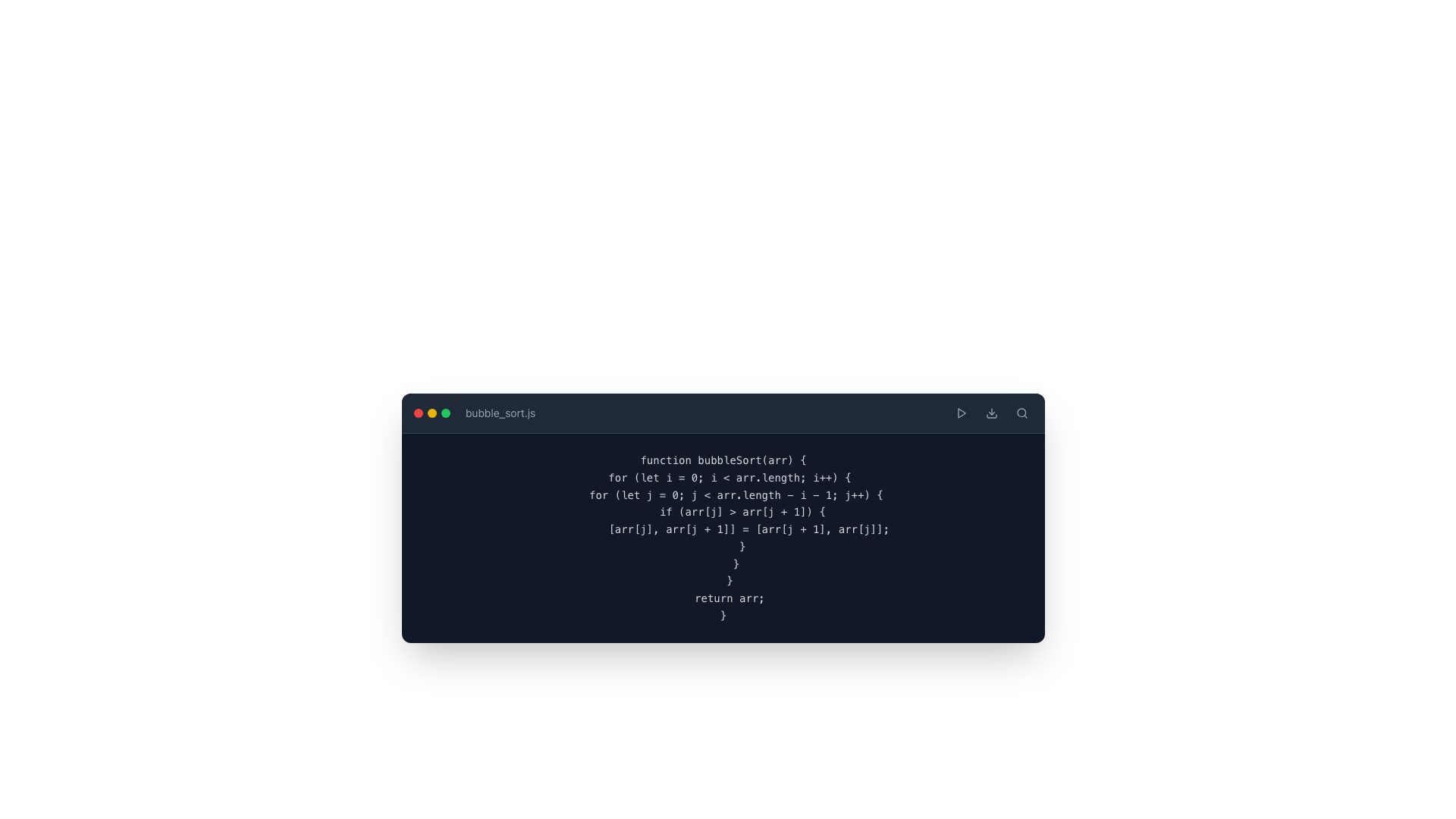 The width and height of the screenshot is (1456, 819). What do you see at coordinates (431, 413) in the screenshot?
I see `the yellow circle of the grouped interactive icons located in the header bar to minimize the window` at bounding box center [431, 413].